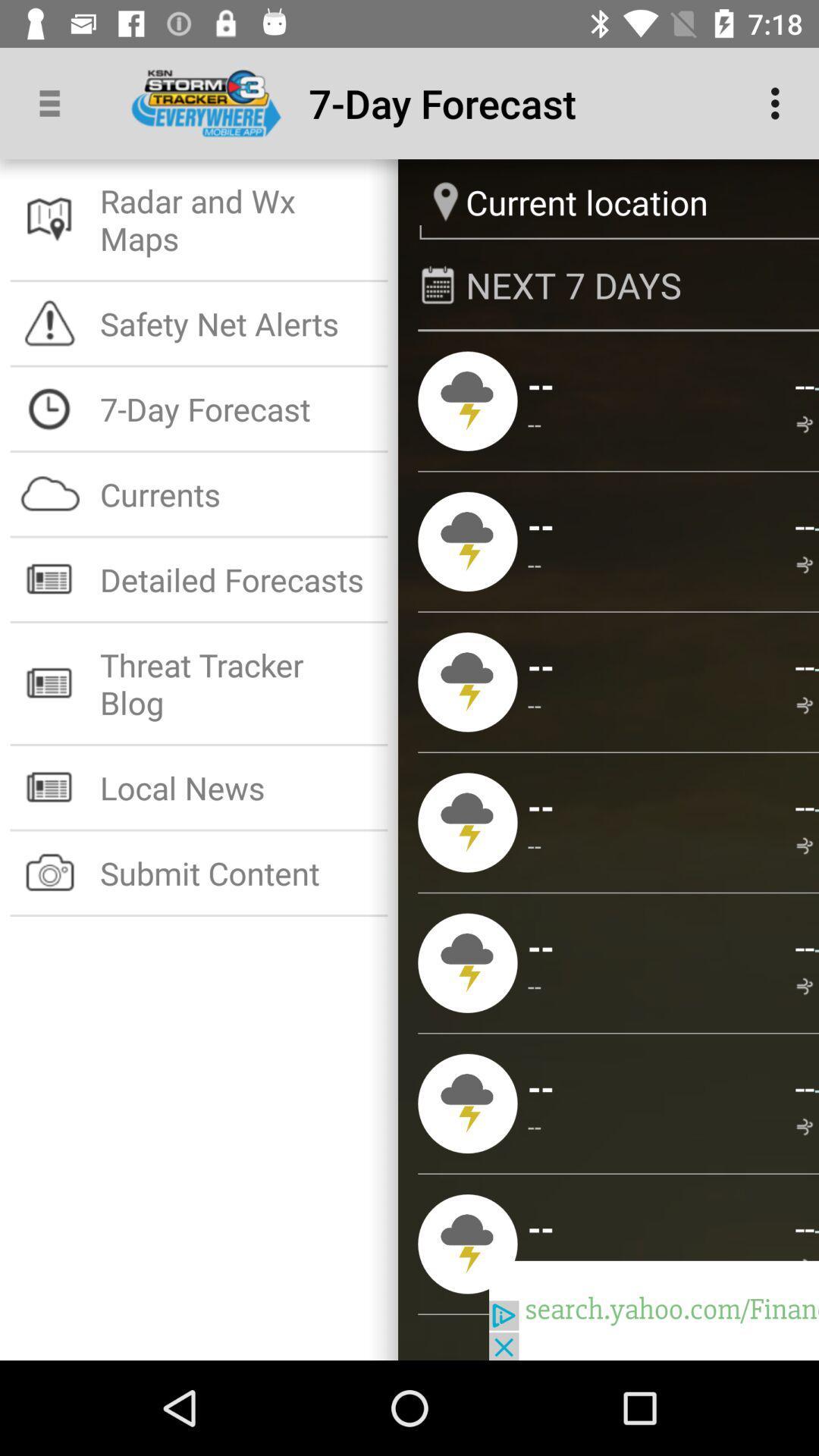  Describe the element at coordinates (806, 564) in the screenshot. I see `the icon to the right of -- icon` at that location.